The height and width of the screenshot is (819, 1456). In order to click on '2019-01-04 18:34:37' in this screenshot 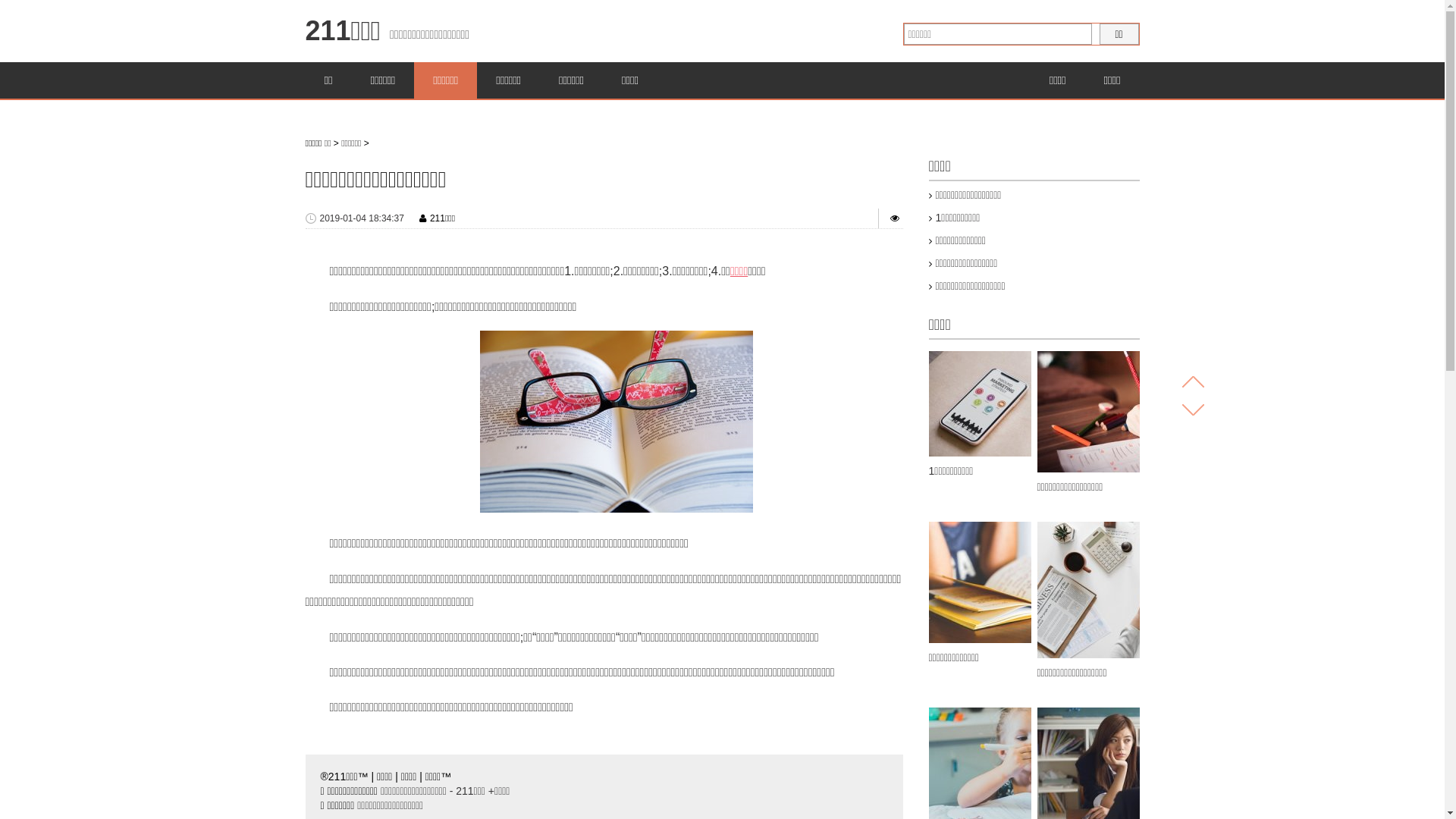, I will do `click(319, 218)`.